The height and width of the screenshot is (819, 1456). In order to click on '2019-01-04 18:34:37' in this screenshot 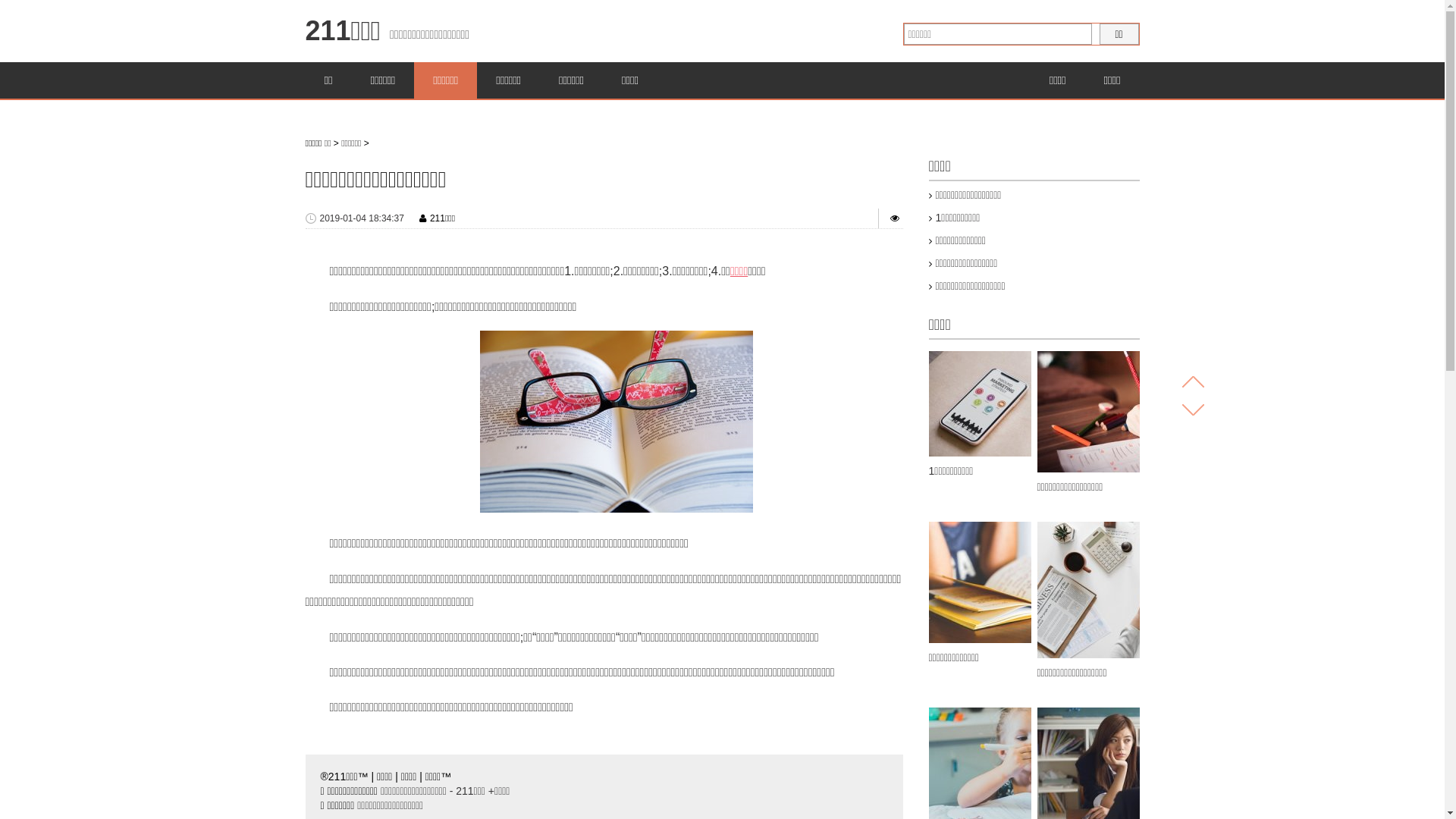, I will do `click(319, 218)`.